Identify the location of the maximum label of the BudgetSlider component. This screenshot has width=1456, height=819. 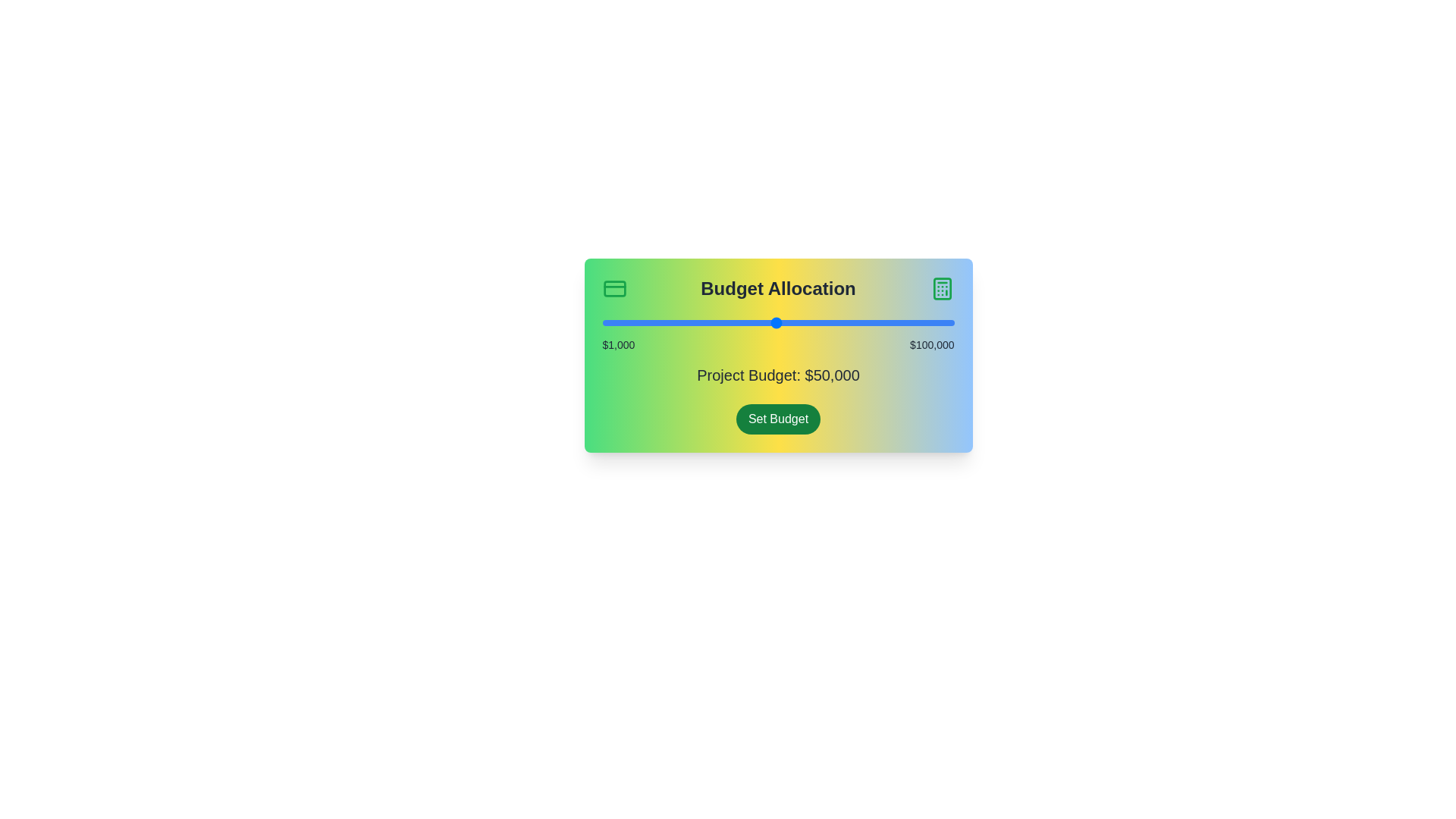
(931, 345).